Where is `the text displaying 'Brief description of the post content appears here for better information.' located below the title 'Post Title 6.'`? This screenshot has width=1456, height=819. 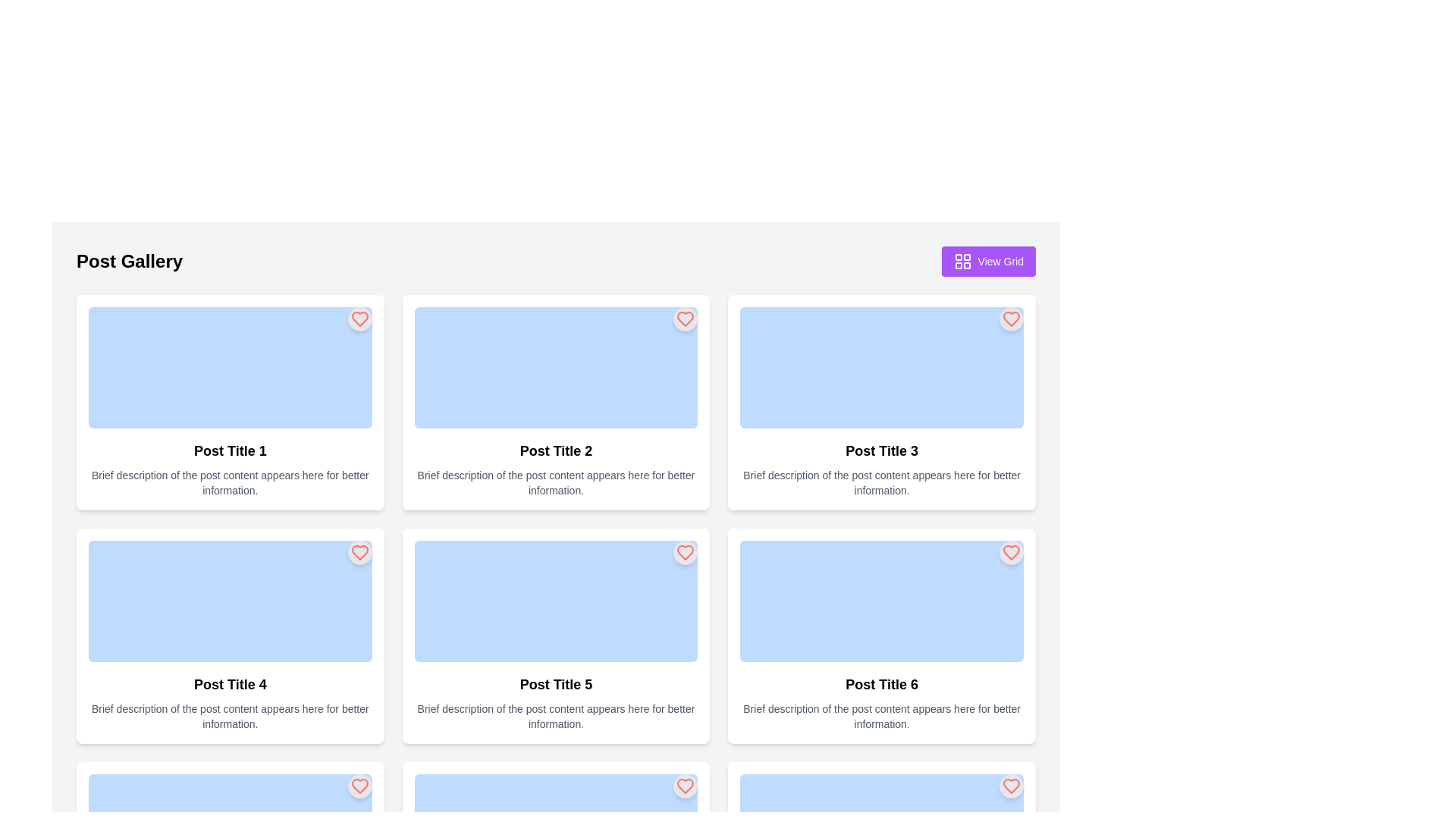
the text displaying 'Brief description of the post content appears here for better information.' located below the title 'Post Title 6.' is located at coordinates (882, 717).